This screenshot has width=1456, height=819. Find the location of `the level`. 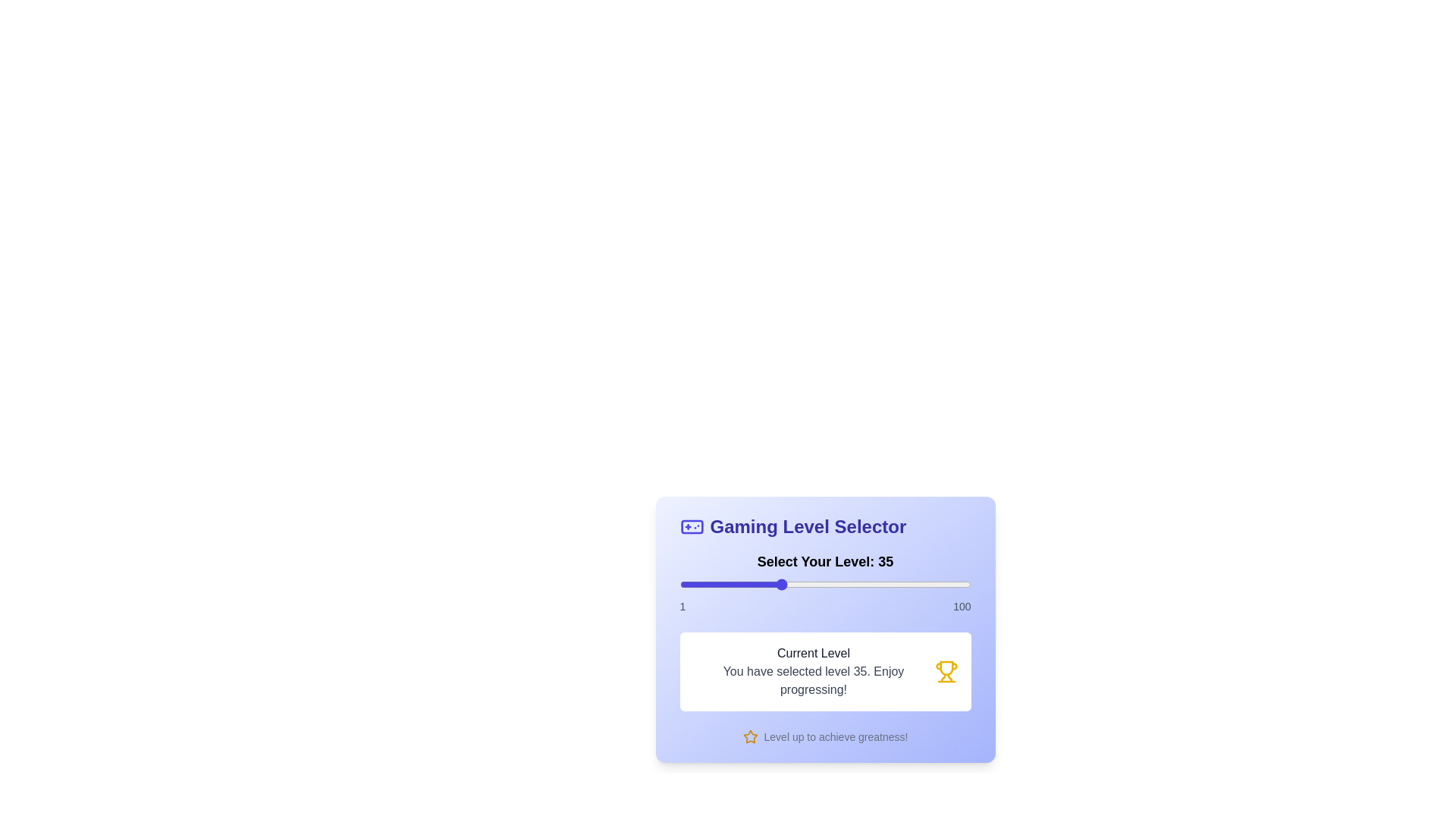

the level is located at coordinates (894, 584).